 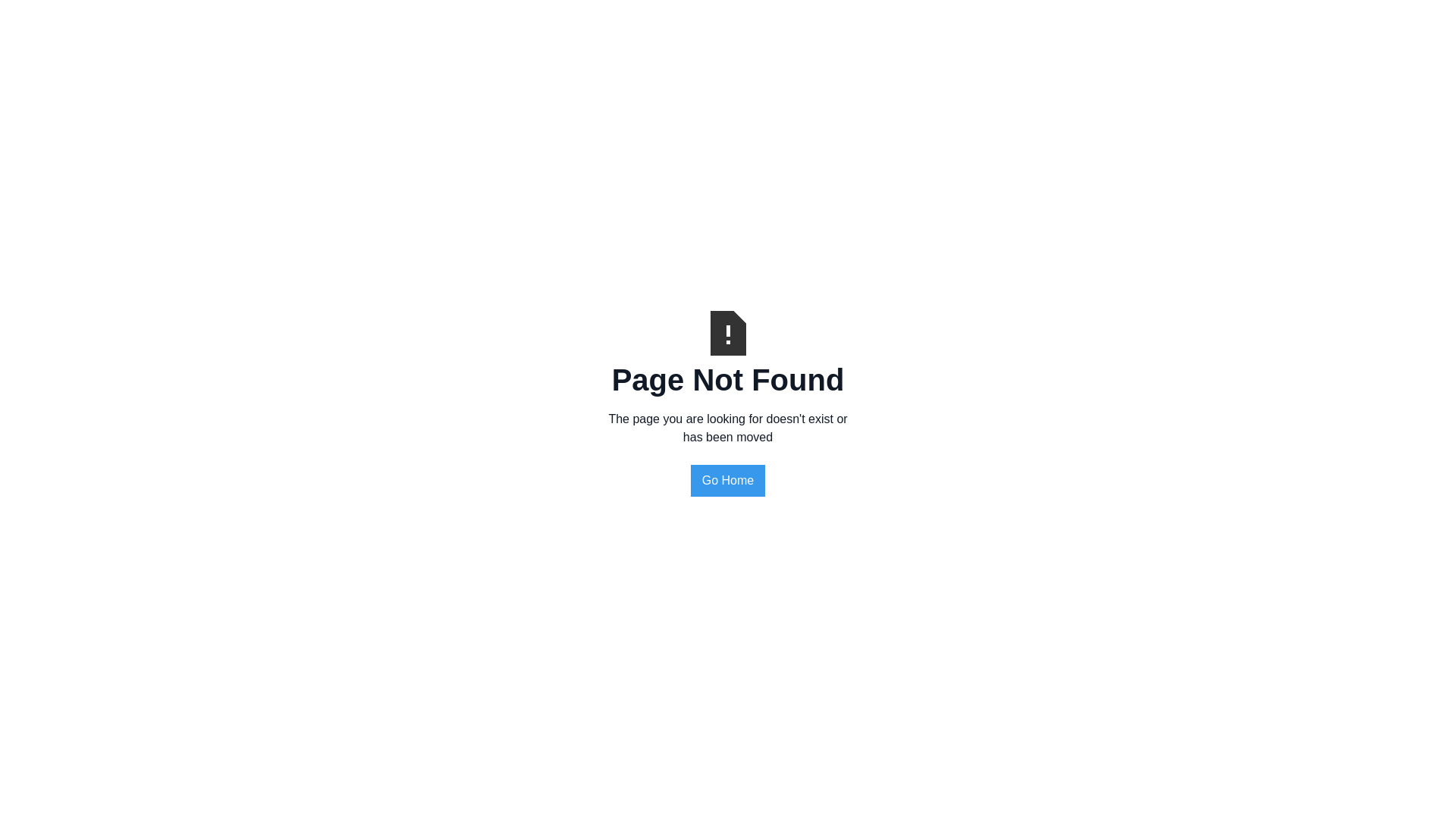 I want to click on 'Go Home', so click(x=690, y=480).